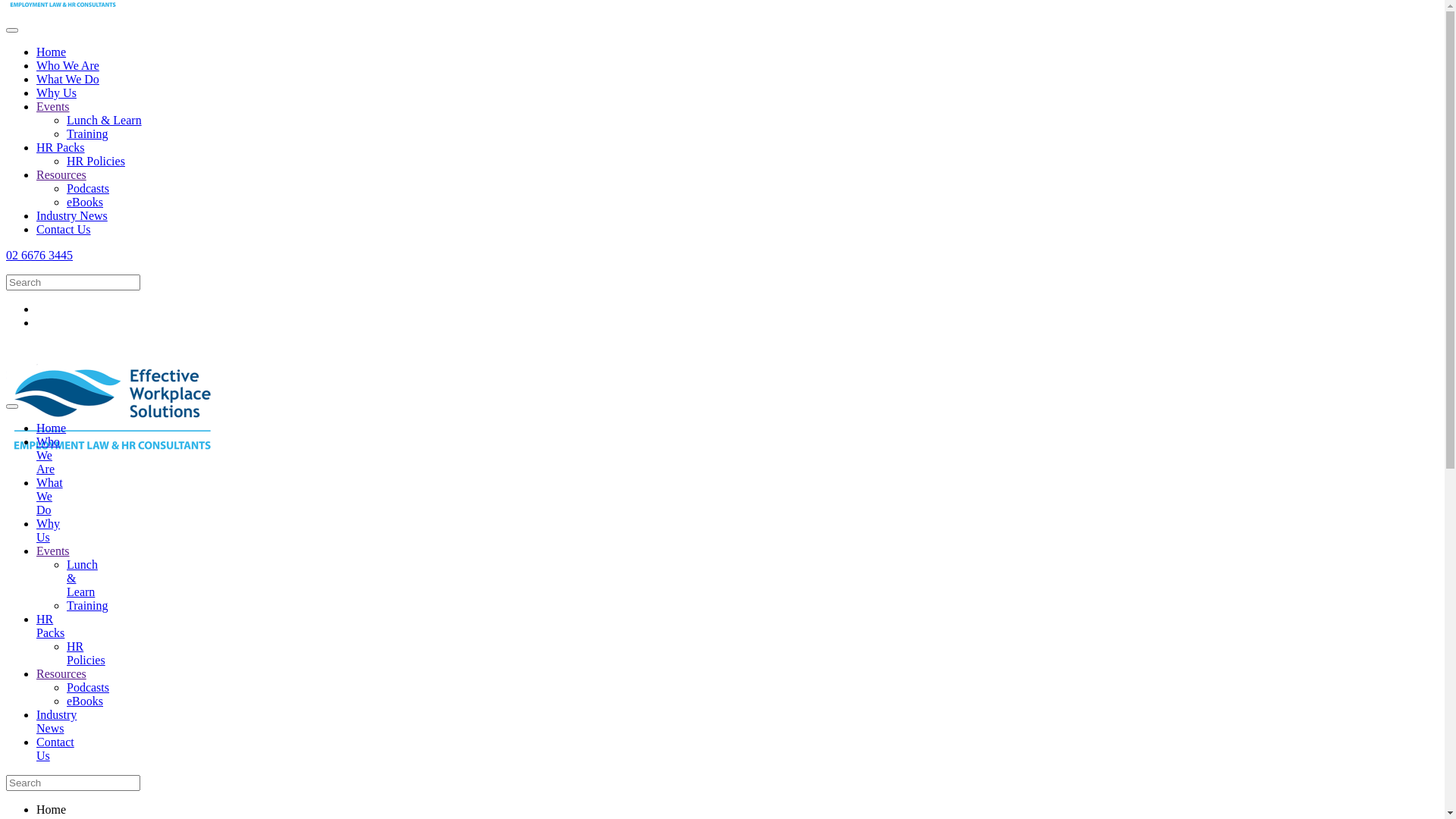 This screenshot has height=819, width=1456. I want to click on 'Home', so click(51, 51).